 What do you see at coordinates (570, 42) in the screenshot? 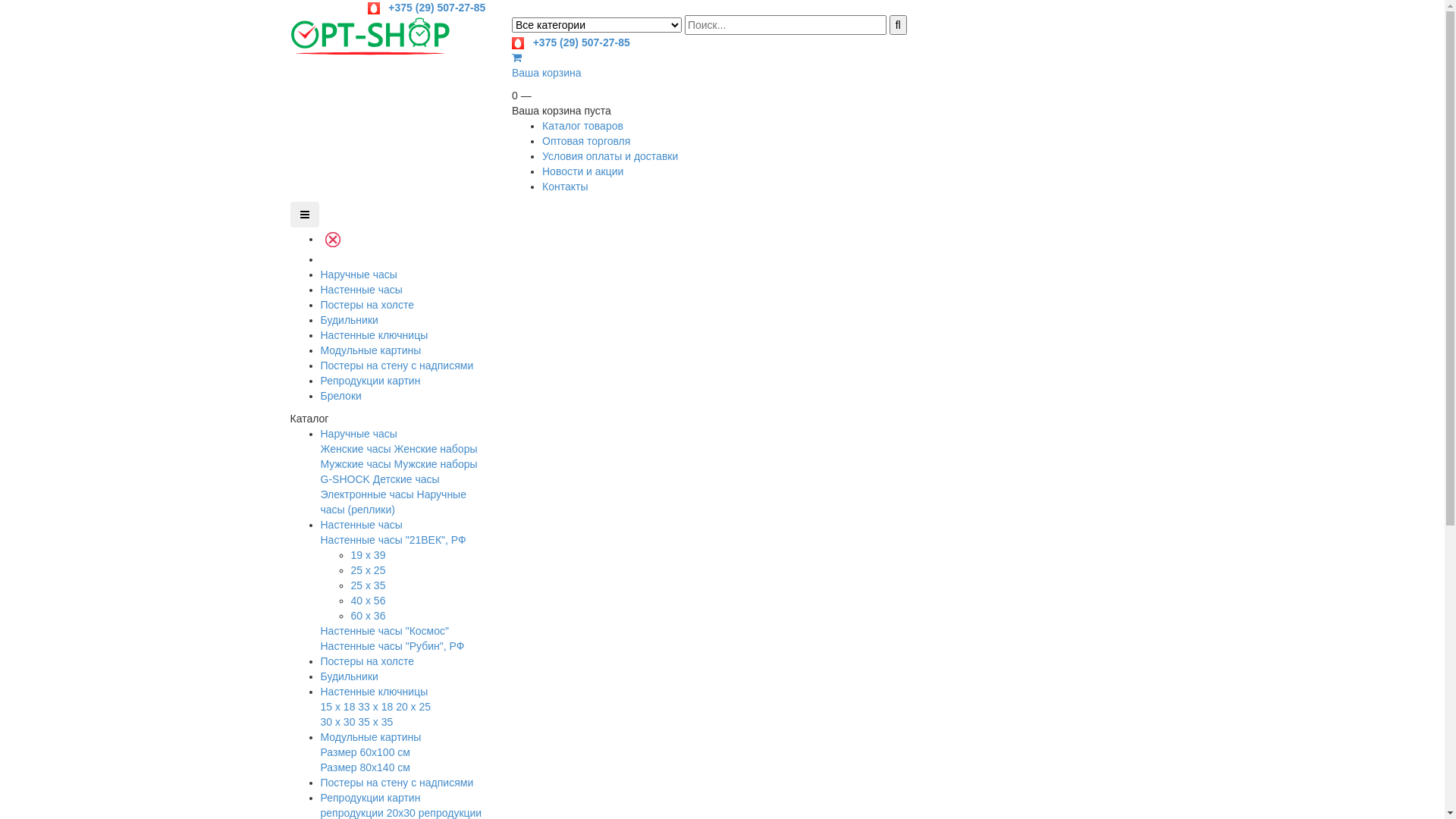
I see `'  +375 (29) 507-27-85'` at bounding box center [570, 42].